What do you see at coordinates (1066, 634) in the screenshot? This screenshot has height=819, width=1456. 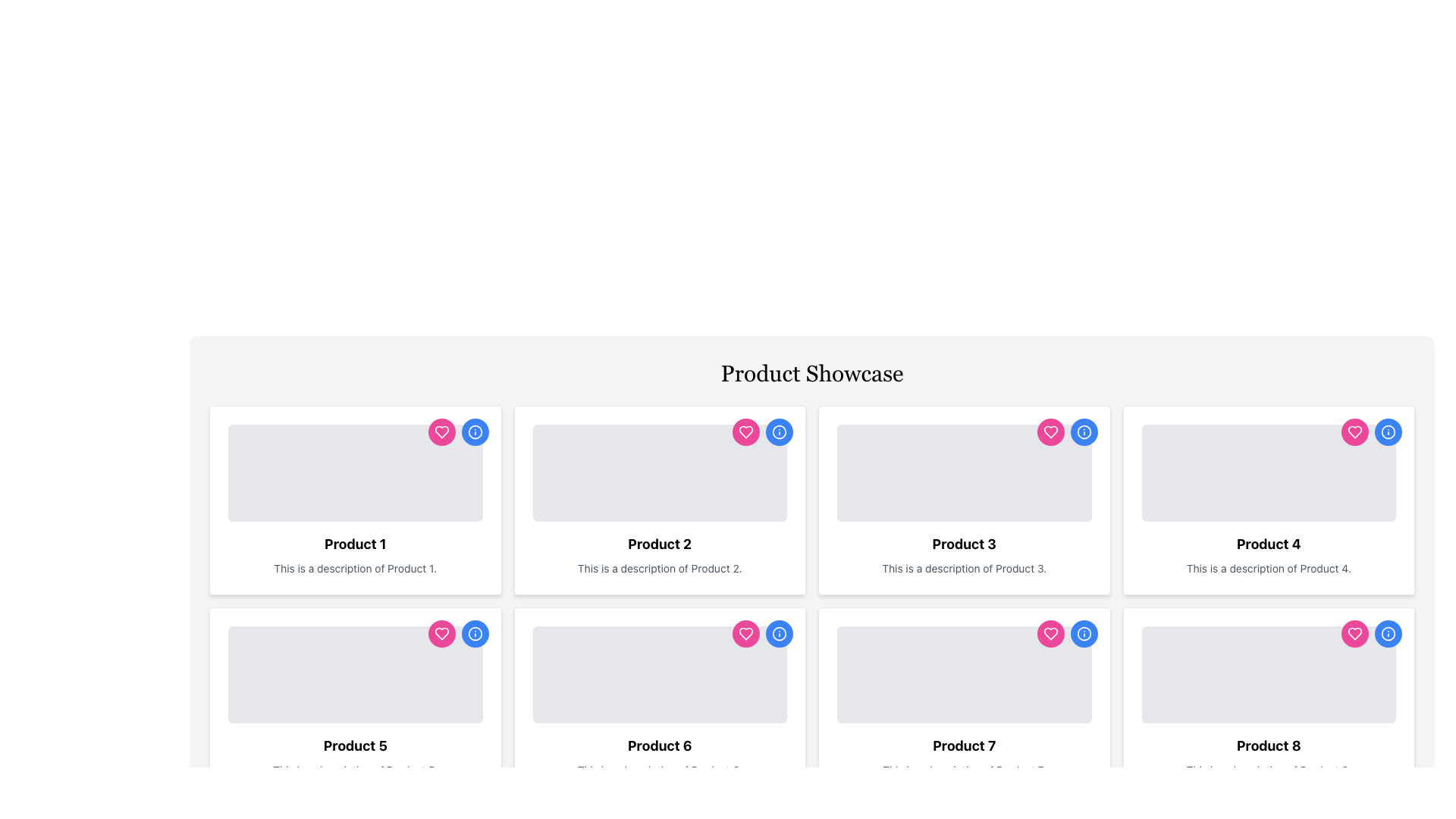 I see `the left pink button with a heart icon to like the product within the card for 'Product 7'` at bounding box center [1066, 634].